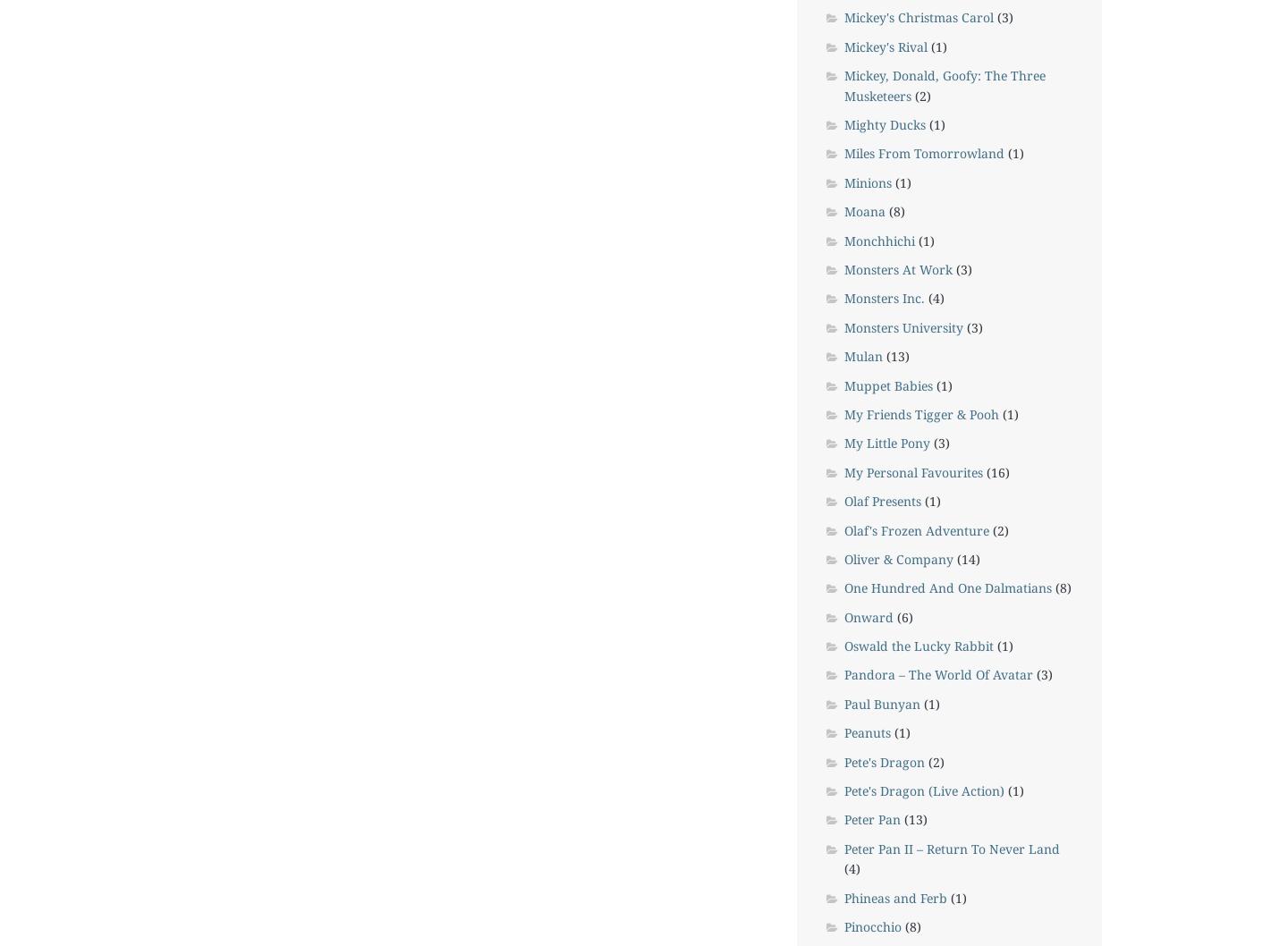 This screenshot has height=946, width=1288. Describe the element at coordinates (871, 925) in the screenshot. I see `'Pinocchio'` at that location.